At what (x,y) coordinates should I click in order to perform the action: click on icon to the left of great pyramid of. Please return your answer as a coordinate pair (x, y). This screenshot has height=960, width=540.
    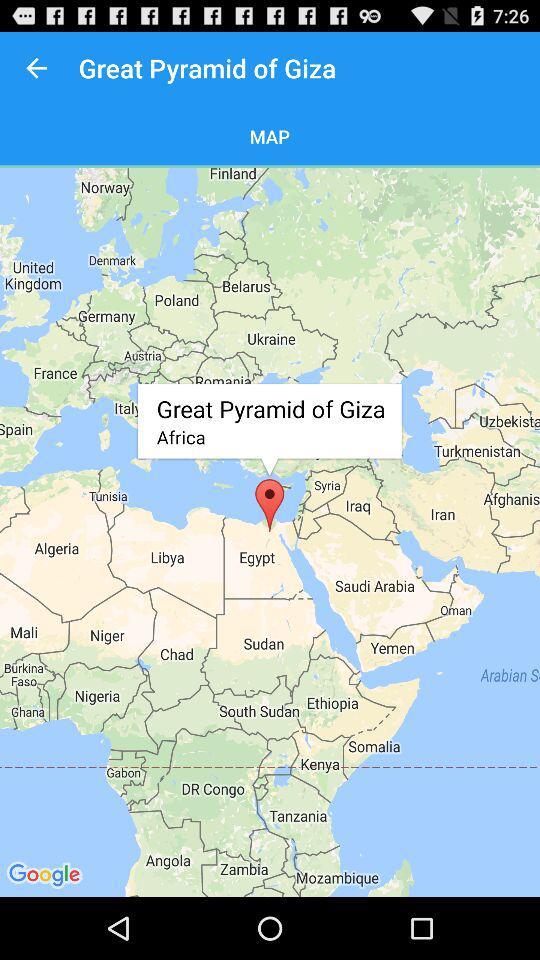
    Looking at the image, I should click on (36, 68).